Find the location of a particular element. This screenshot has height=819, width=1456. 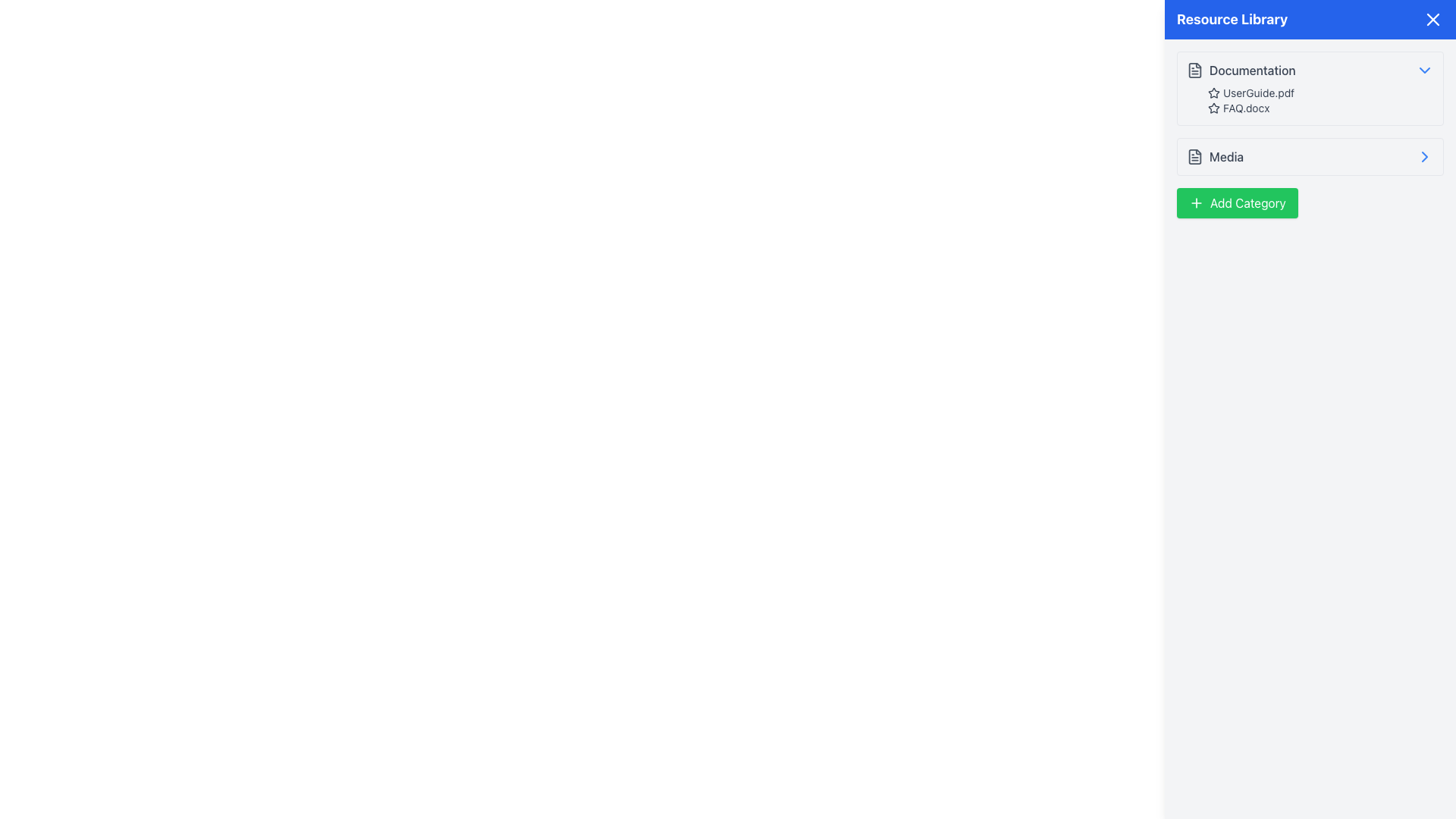

the close button icon in the top-right corner of the blue header bar labeled 'Resource Library' is located at coordinates (1432, 20).